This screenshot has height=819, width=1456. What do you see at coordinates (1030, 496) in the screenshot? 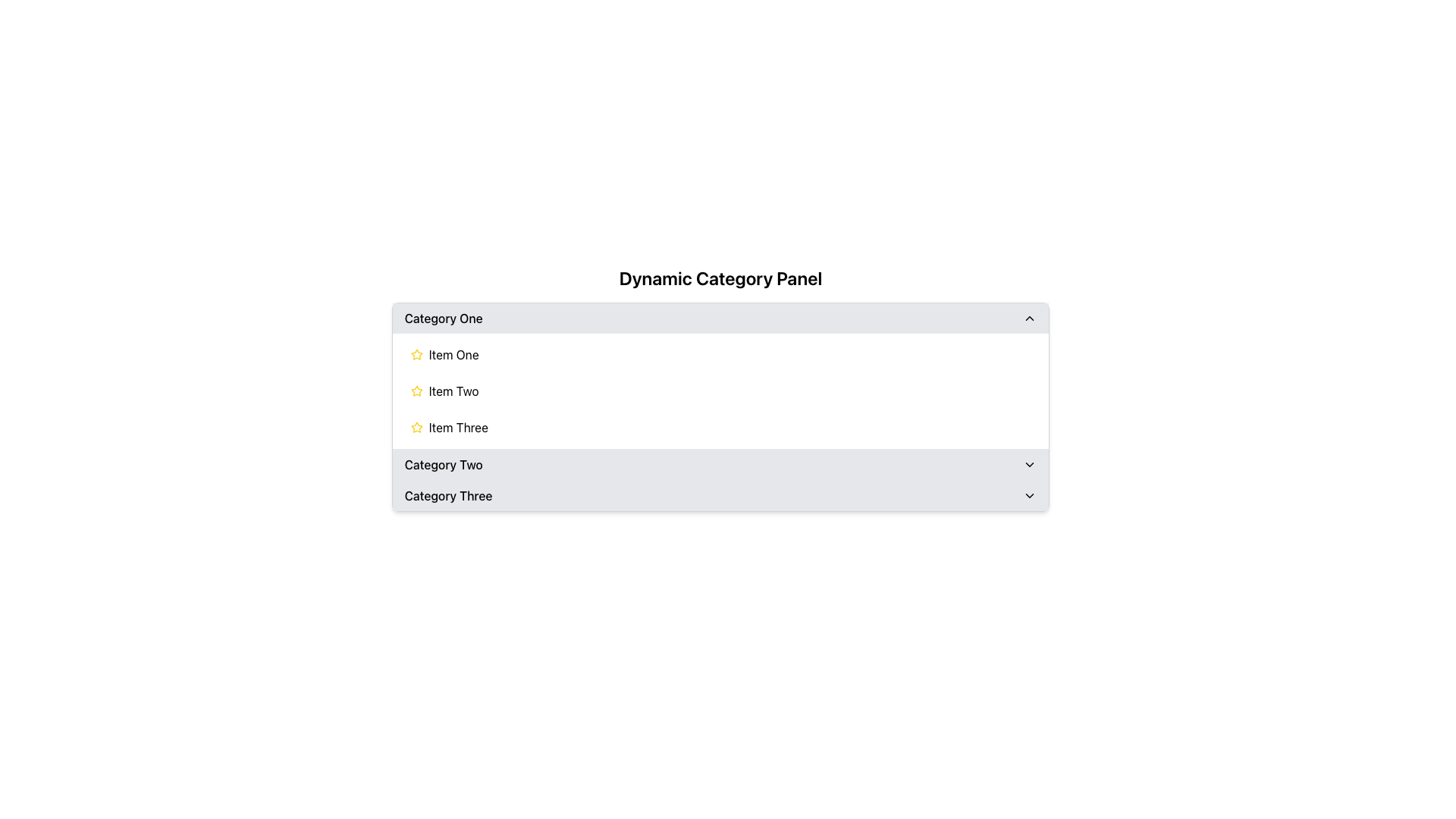
I see `the chevron icon located to the right of the 'Category Three' label` at bounding box center [1030, 496].